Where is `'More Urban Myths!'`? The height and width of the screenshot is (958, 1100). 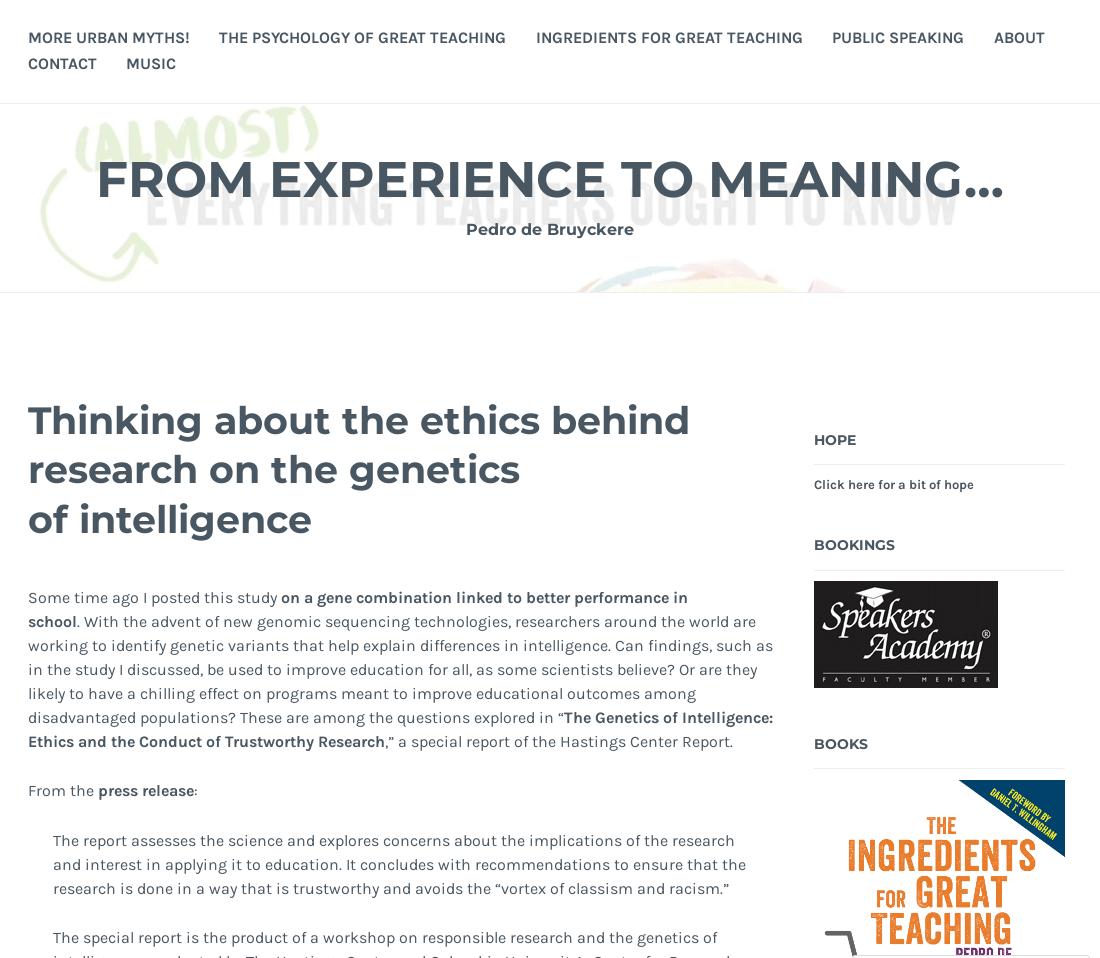
'More Urban Myths!' is located at coordinates (108, 35).